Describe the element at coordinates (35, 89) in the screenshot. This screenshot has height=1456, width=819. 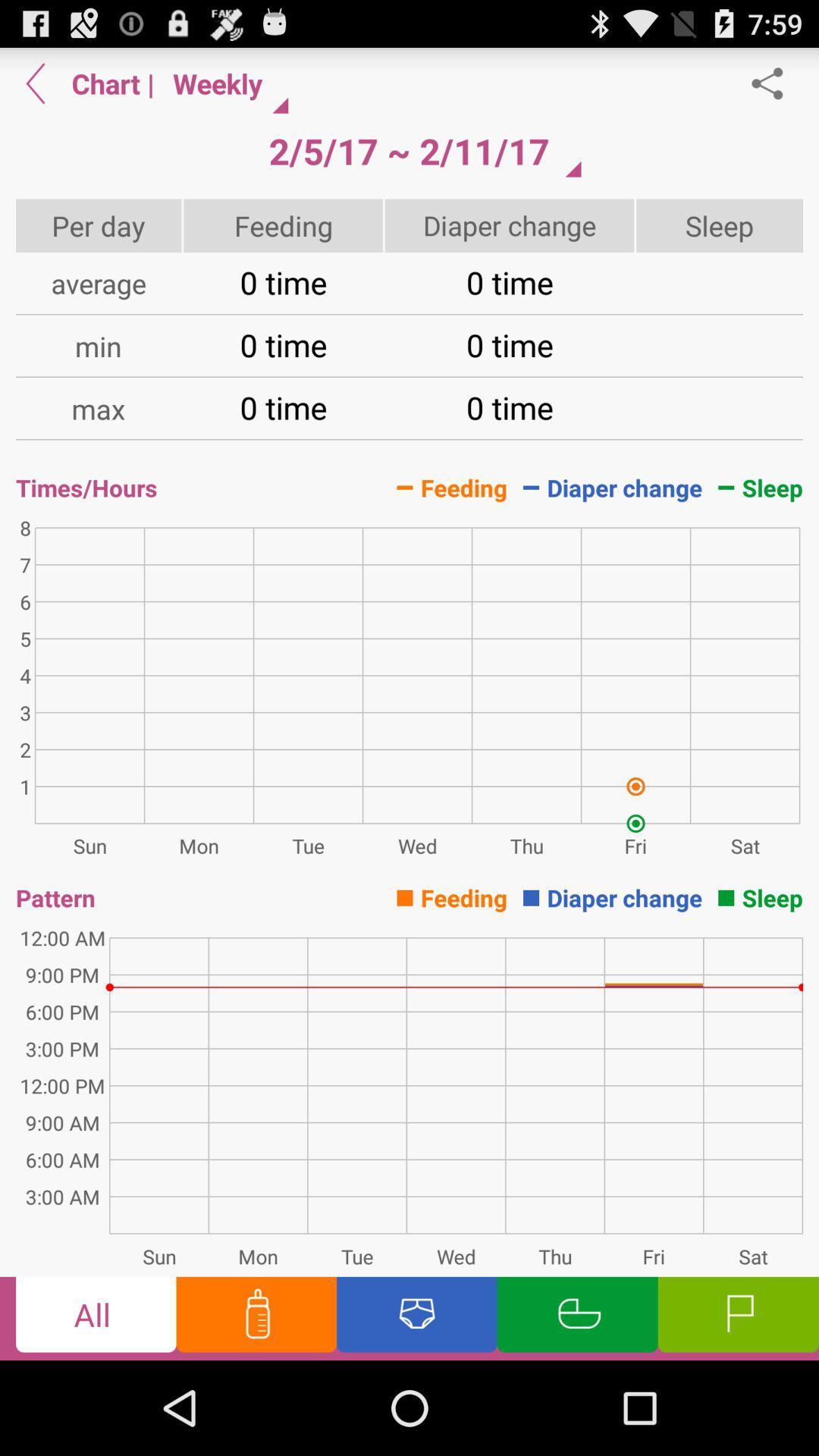
I see `the arrow_backward icon` at that location.